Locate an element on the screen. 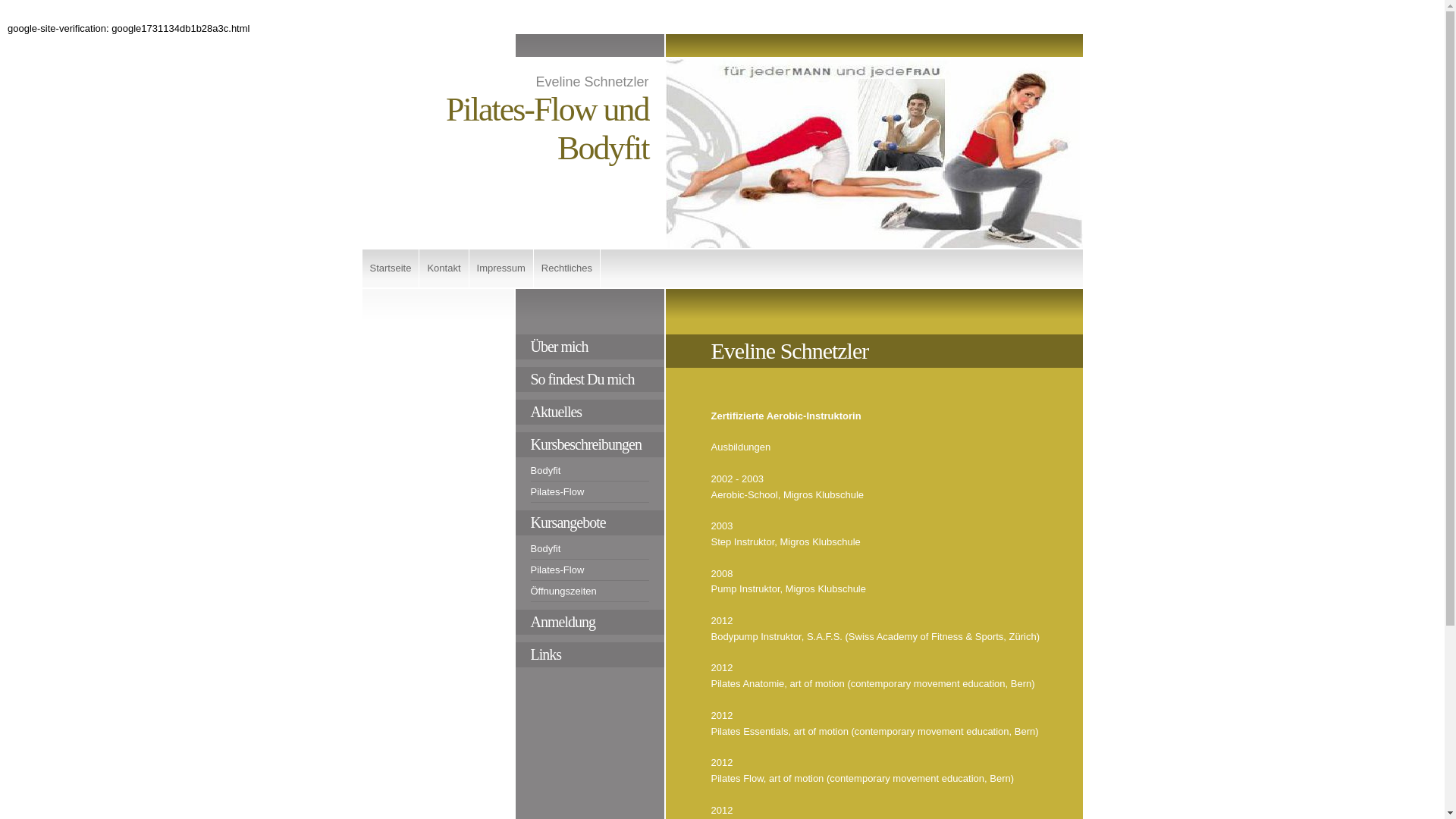 The height and width of the screenshot is (819, 1456). 'Kursbeschreibungen' is located at coordinates (588, 444).